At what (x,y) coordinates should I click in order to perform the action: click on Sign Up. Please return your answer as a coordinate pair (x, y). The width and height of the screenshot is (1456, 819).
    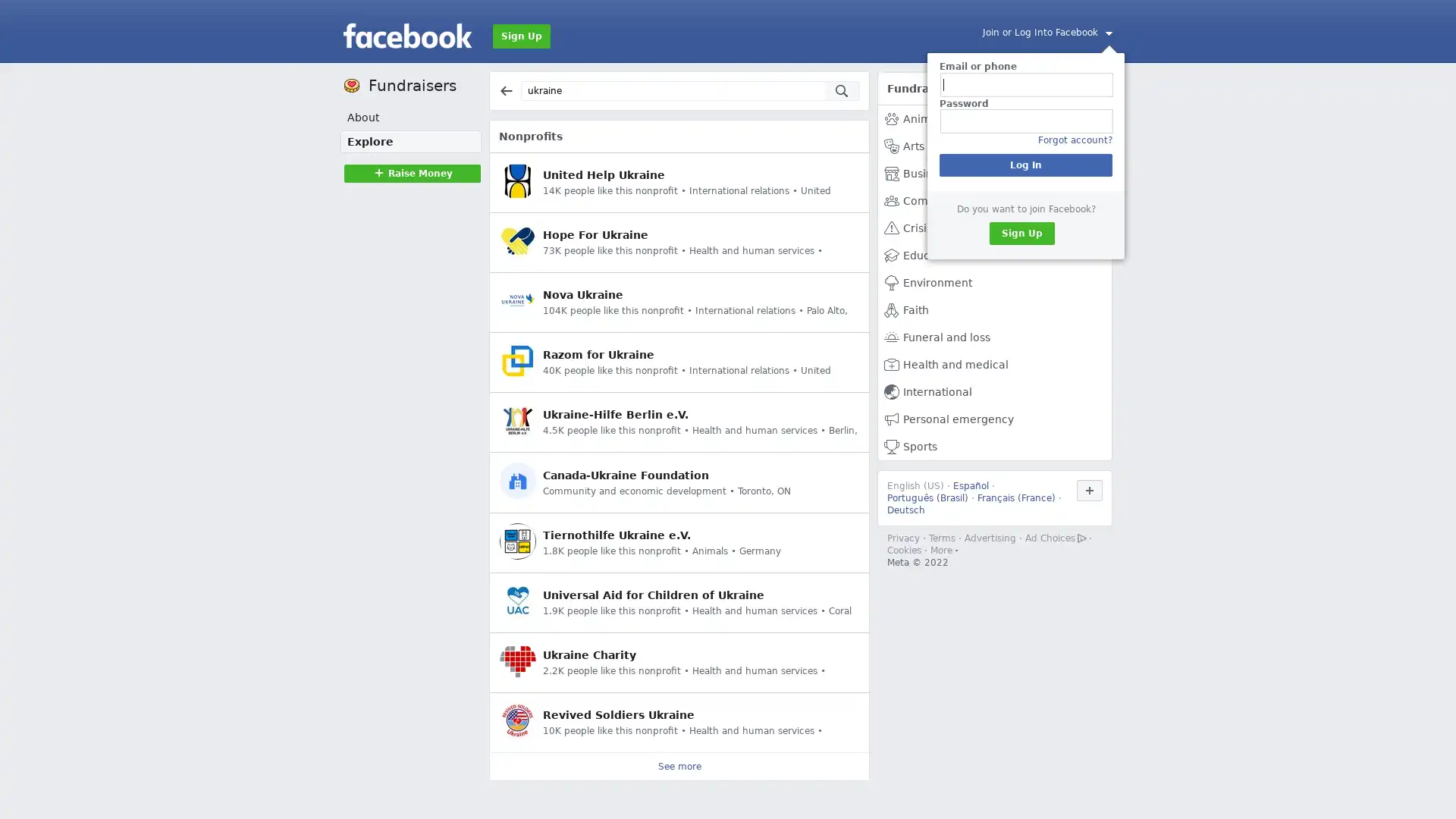
    Looking at the image, I should click on (1022, 234).